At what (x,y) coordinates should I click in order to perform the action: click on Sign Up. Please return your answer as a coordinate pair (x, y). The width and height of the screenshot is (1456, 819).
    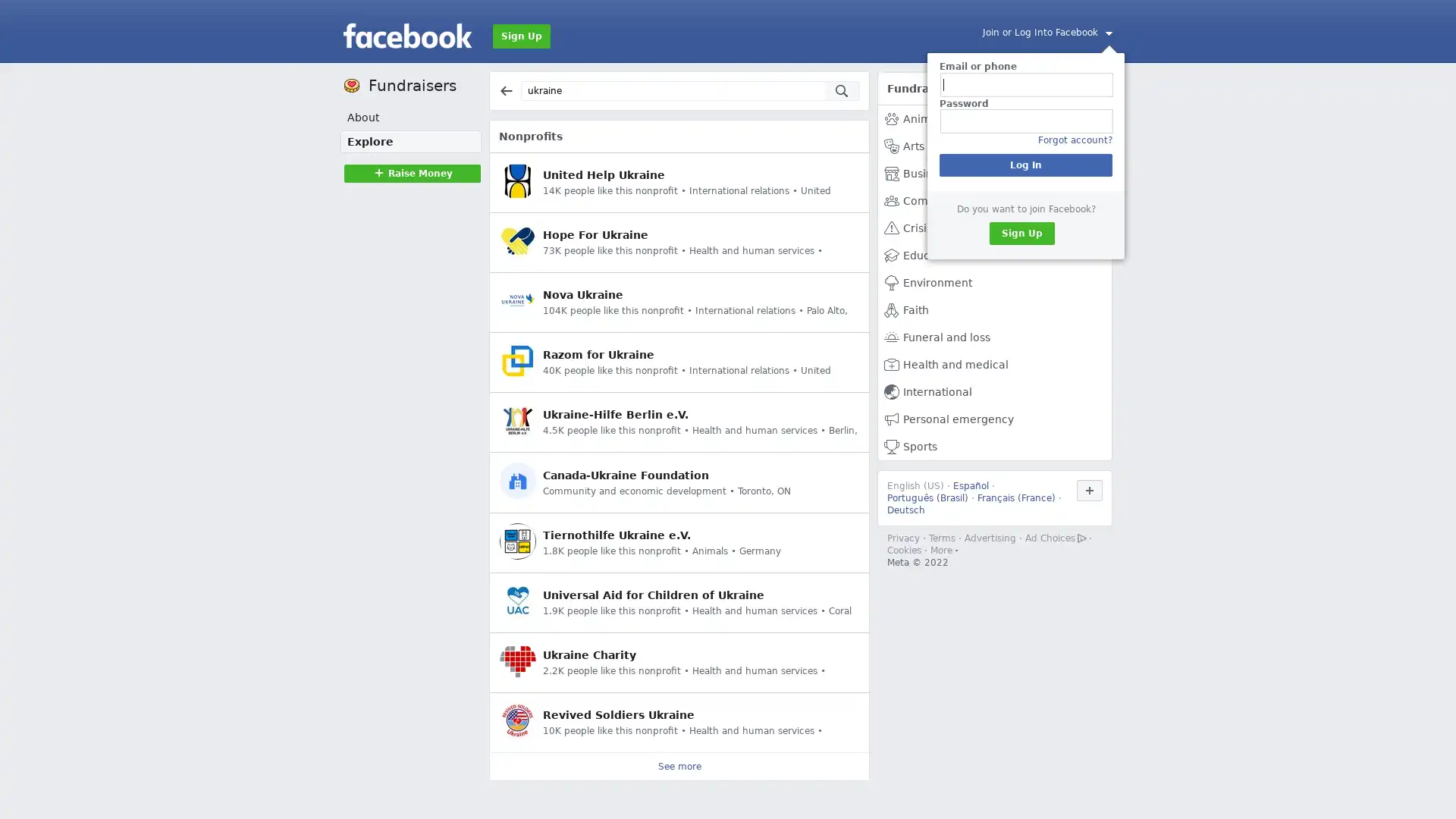
    Looking at the image, I should click on (1022, 234).